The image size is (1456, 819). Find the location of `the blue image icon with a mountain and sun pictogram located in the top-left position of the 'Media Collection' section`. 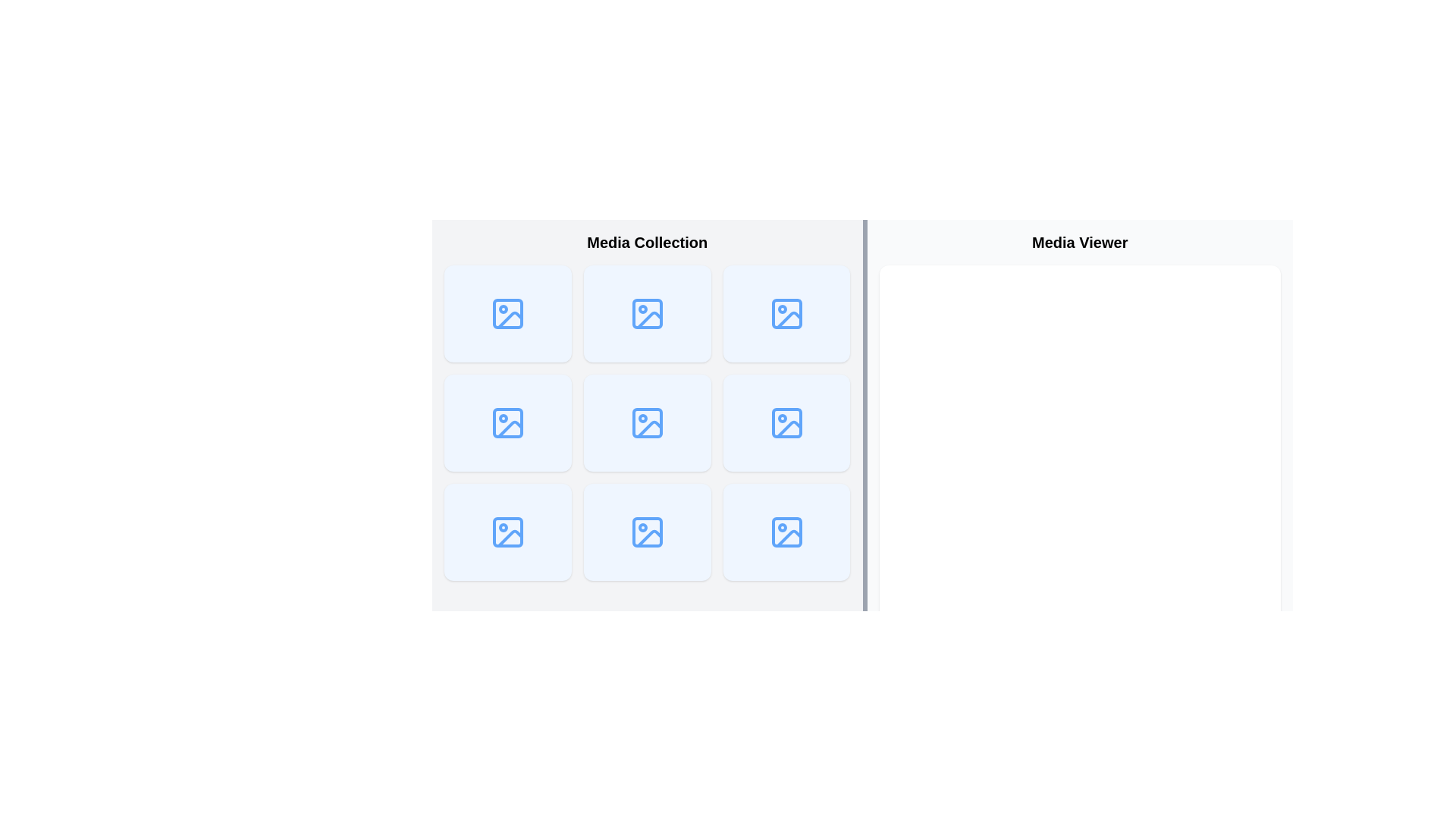

the blue image icon with a mountain and sun pictogram located in the top-left position of the 'Media Collection' section is located at coordinates (507, 312).